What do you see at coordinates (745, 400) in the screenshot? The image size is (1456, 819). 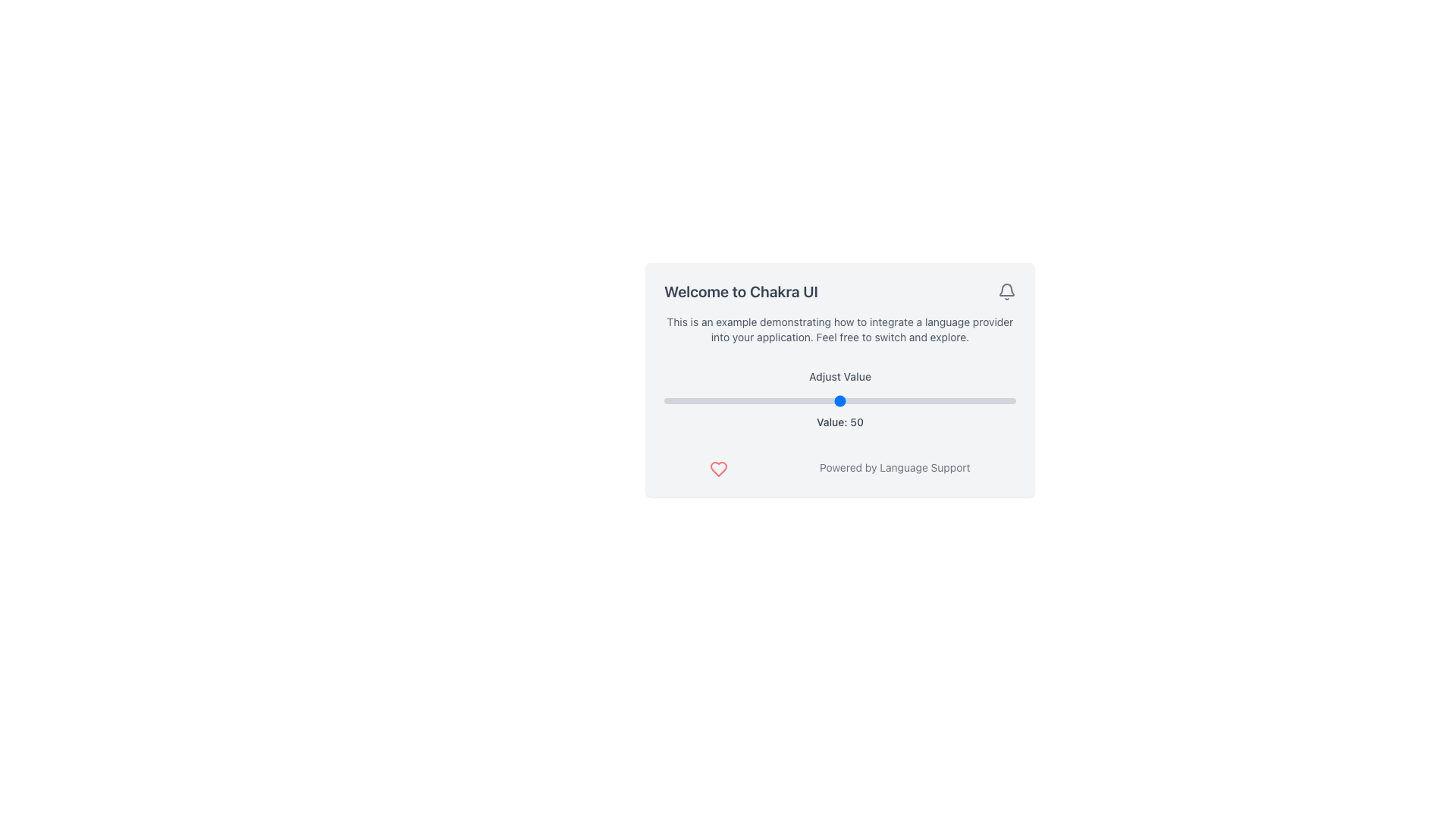 I see `the slider value` at bounding box center [745, 400].